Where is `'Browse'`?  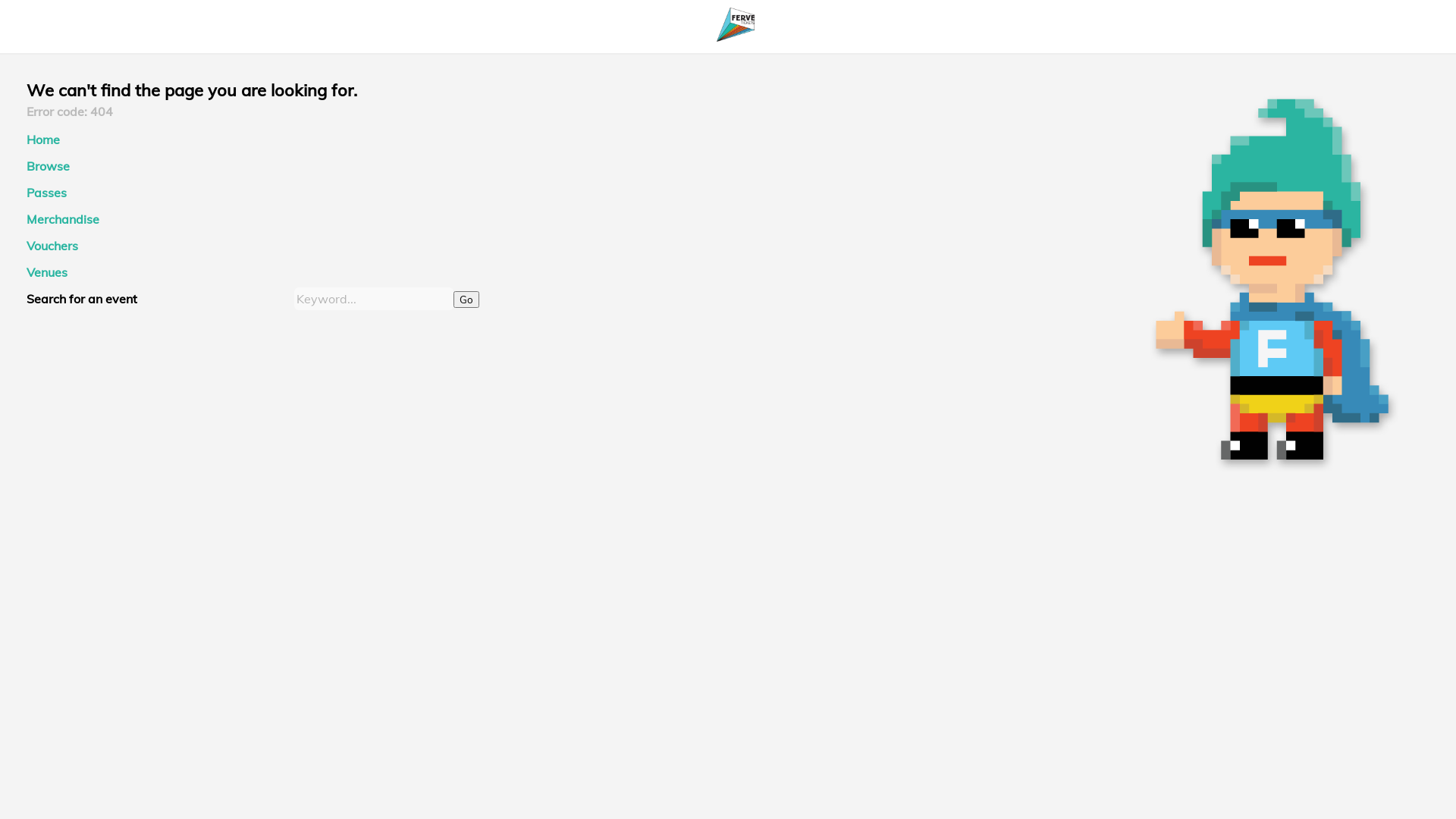
'Browse' is located at coordinates (48, 166).